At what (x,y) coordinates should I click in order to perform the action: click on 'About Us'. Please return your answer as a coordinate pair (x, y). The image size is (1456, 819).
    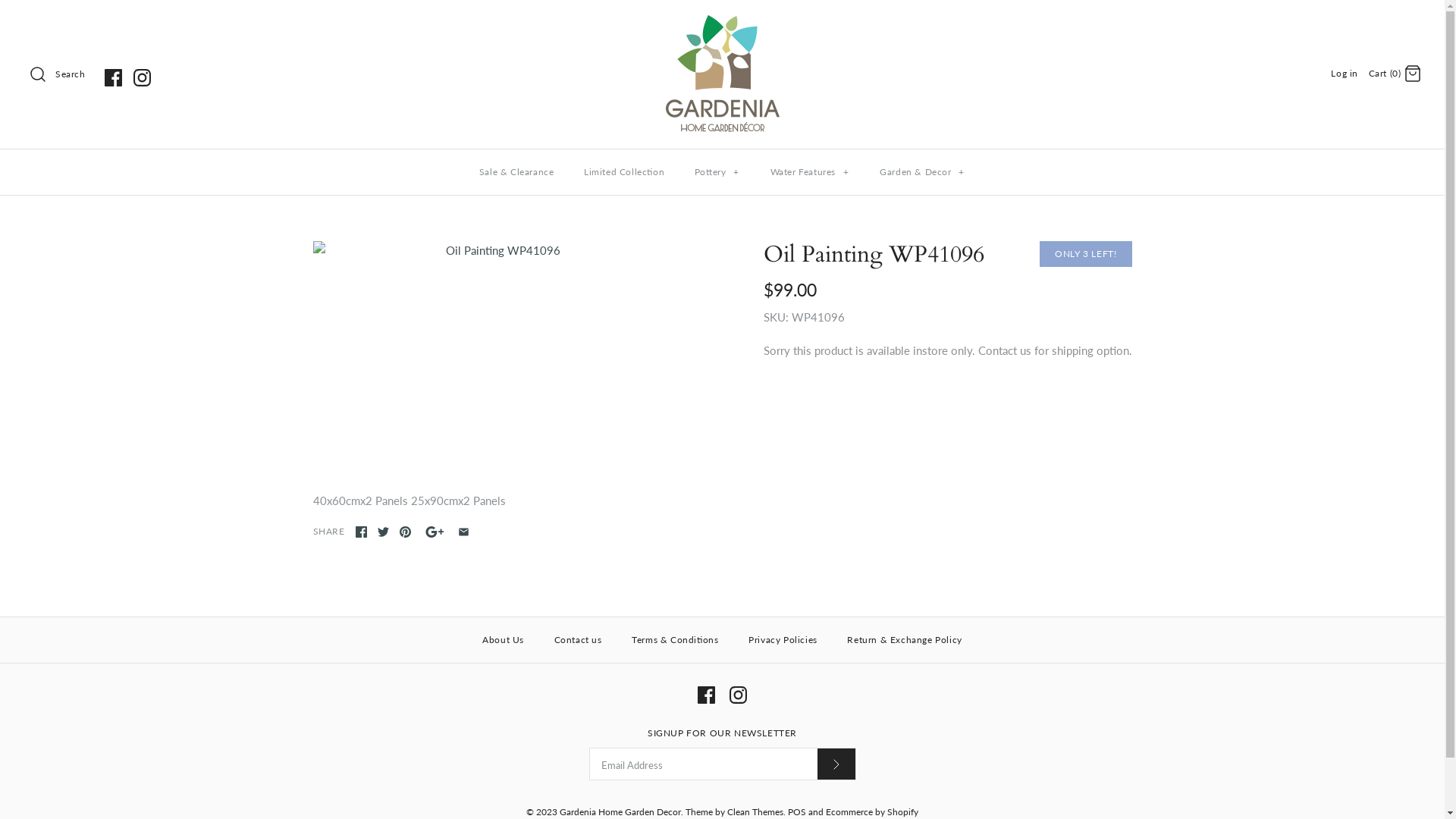
    Looking at the image, I should click on (503, 640).